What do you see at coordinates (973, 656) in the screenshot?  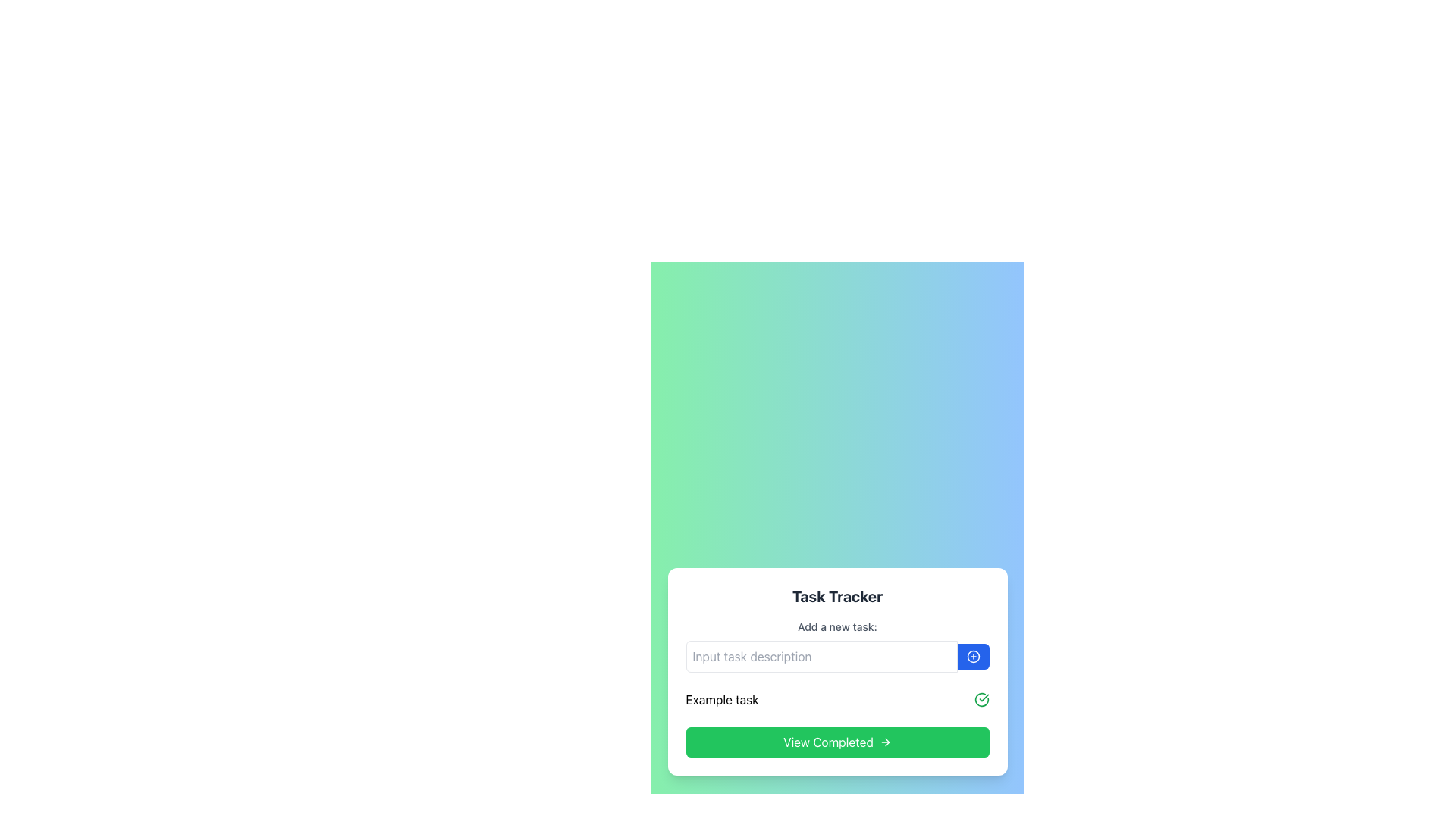 I see `the circular button with a plus sign icon, which is located on a blue background to the right of the 'Input task description' text input field` at bounding box center [973, 656].